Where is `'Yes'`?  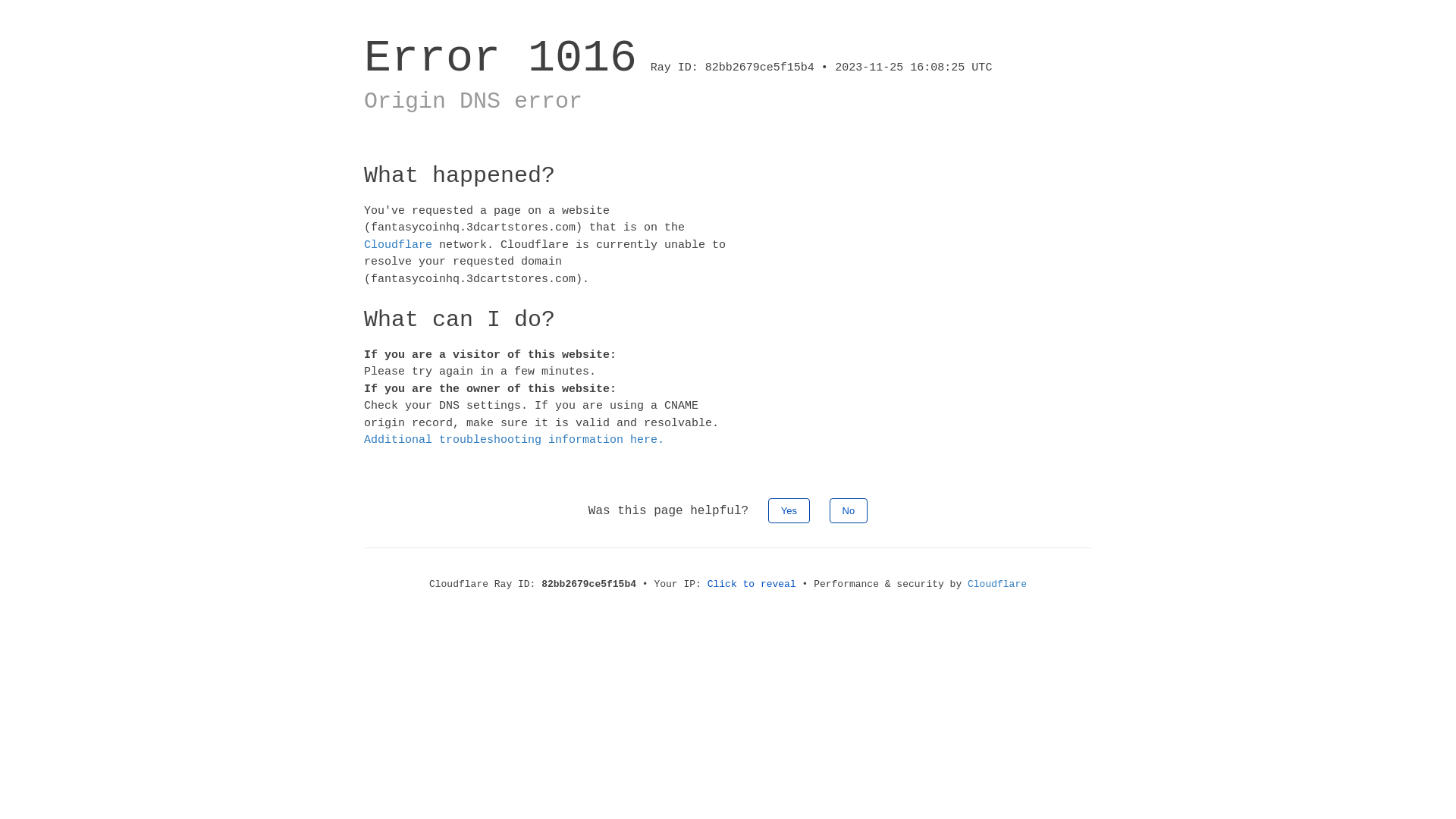
'Yes' is located at coordinates (789, 510).